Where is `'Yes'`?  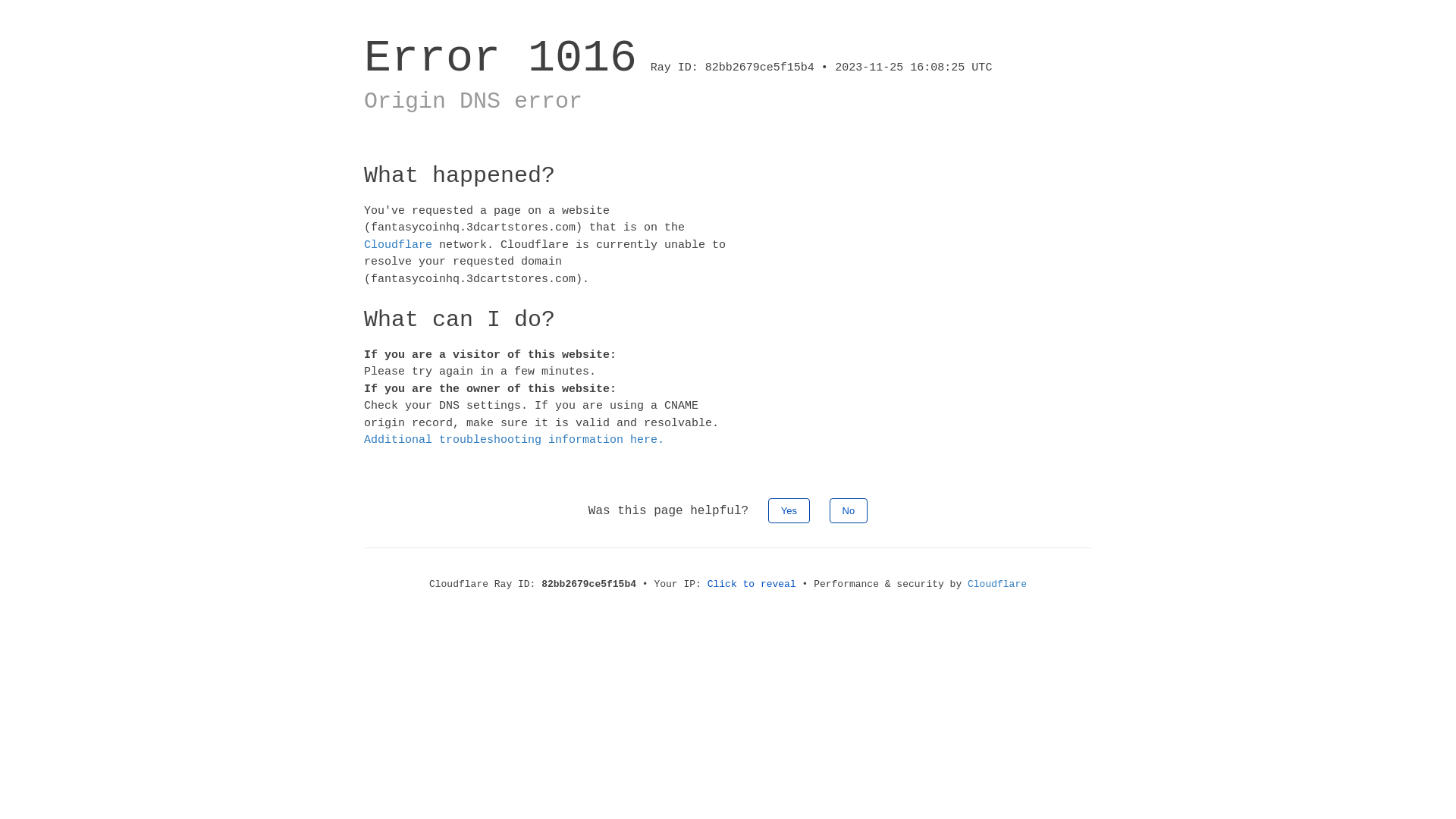
'Yes' is located at coordinates (789, 510).